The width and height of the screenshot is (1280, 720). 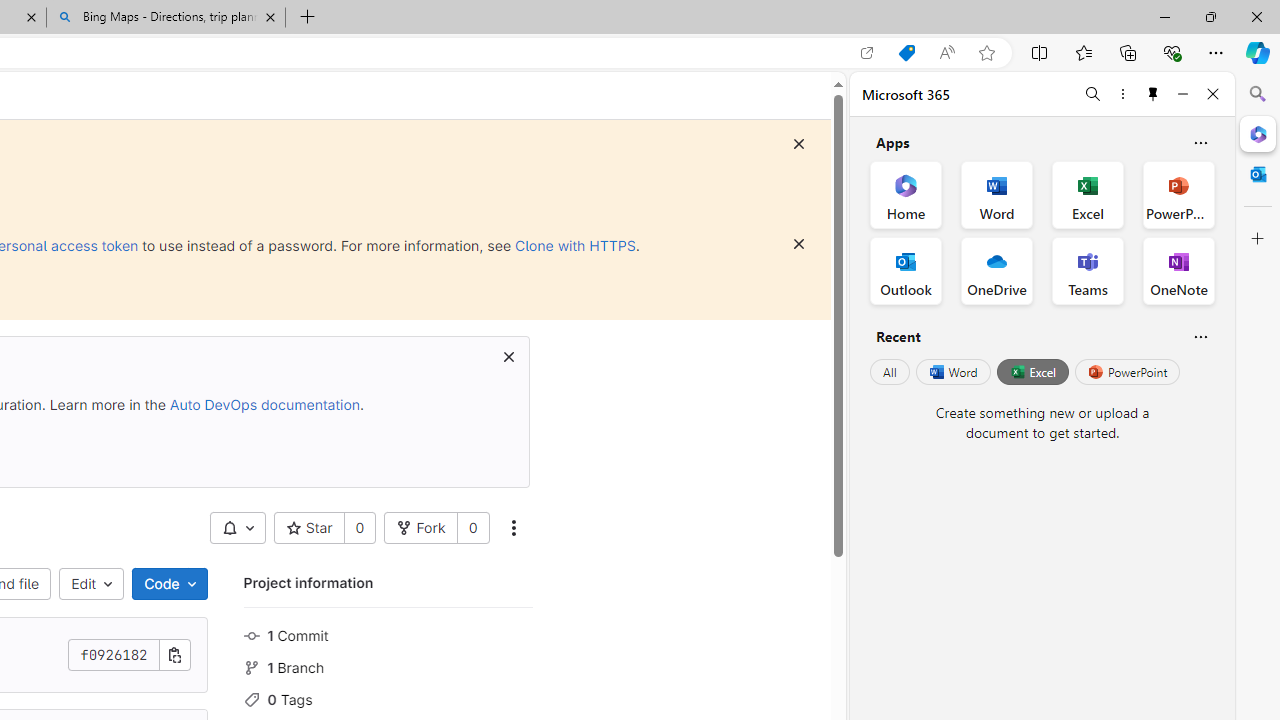 I want to click on 'Class: s16 icon gl-mr-3 gl-text-gray-500', so click(x=250, y=698).